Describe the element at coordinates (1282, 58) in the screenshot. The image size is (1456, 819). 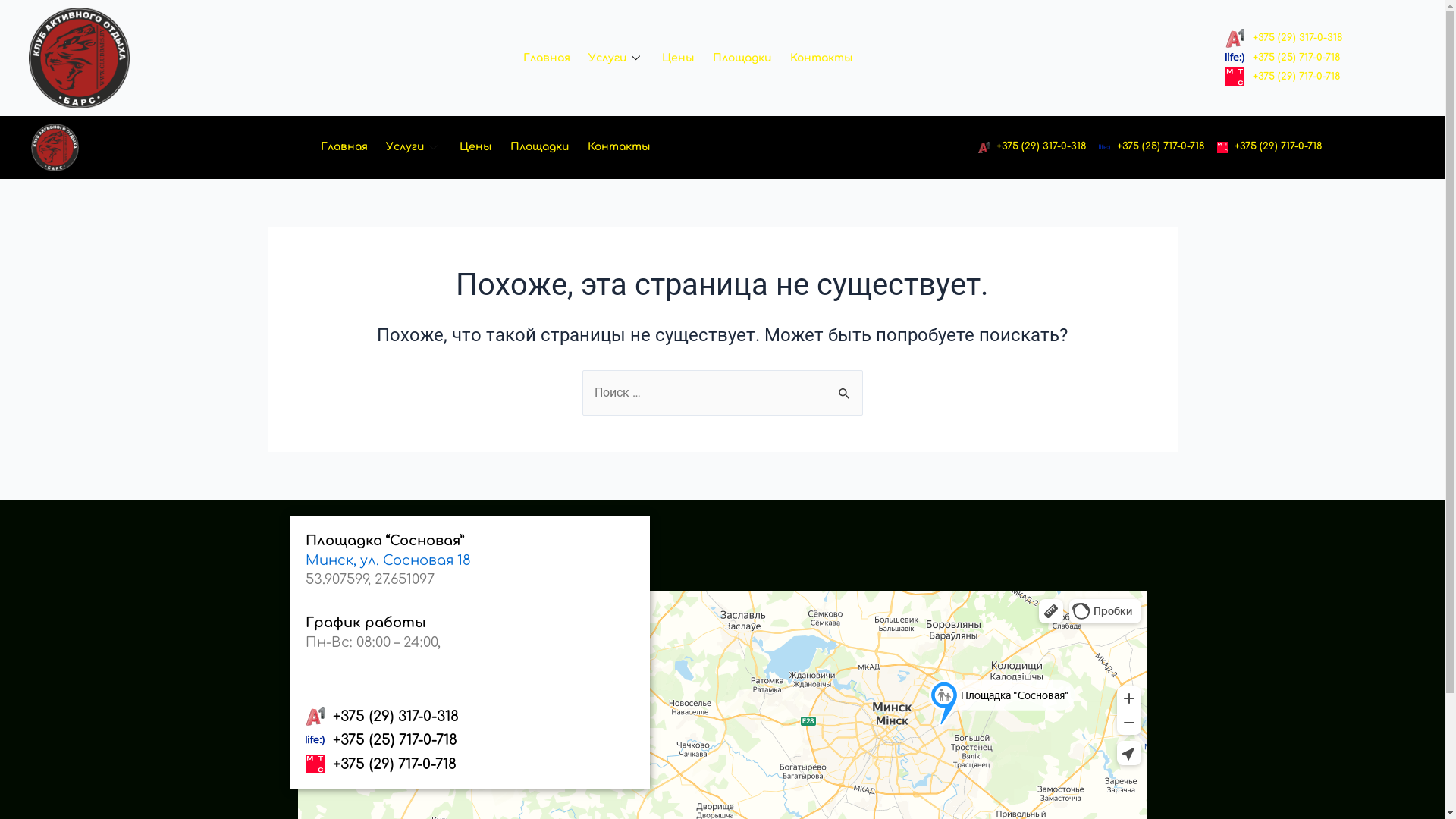
I see `'+375 (25) 717-0-718'` at that location.